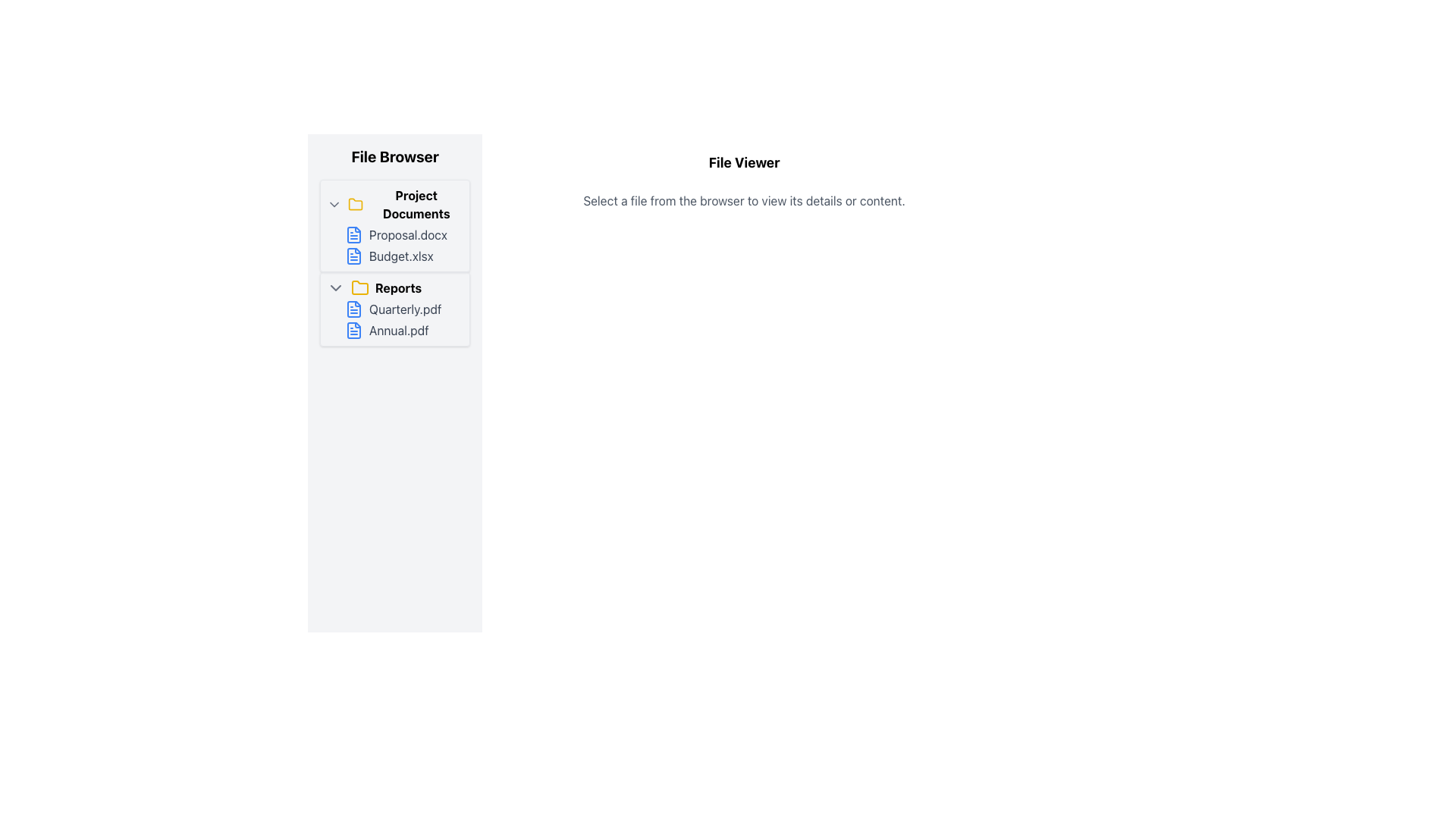  I want to click on the chevron button located to the immediate left of the 'Project Documents' folder icon and text in the File Browser area to trigger a tooltip or style change, so click(334, 205).